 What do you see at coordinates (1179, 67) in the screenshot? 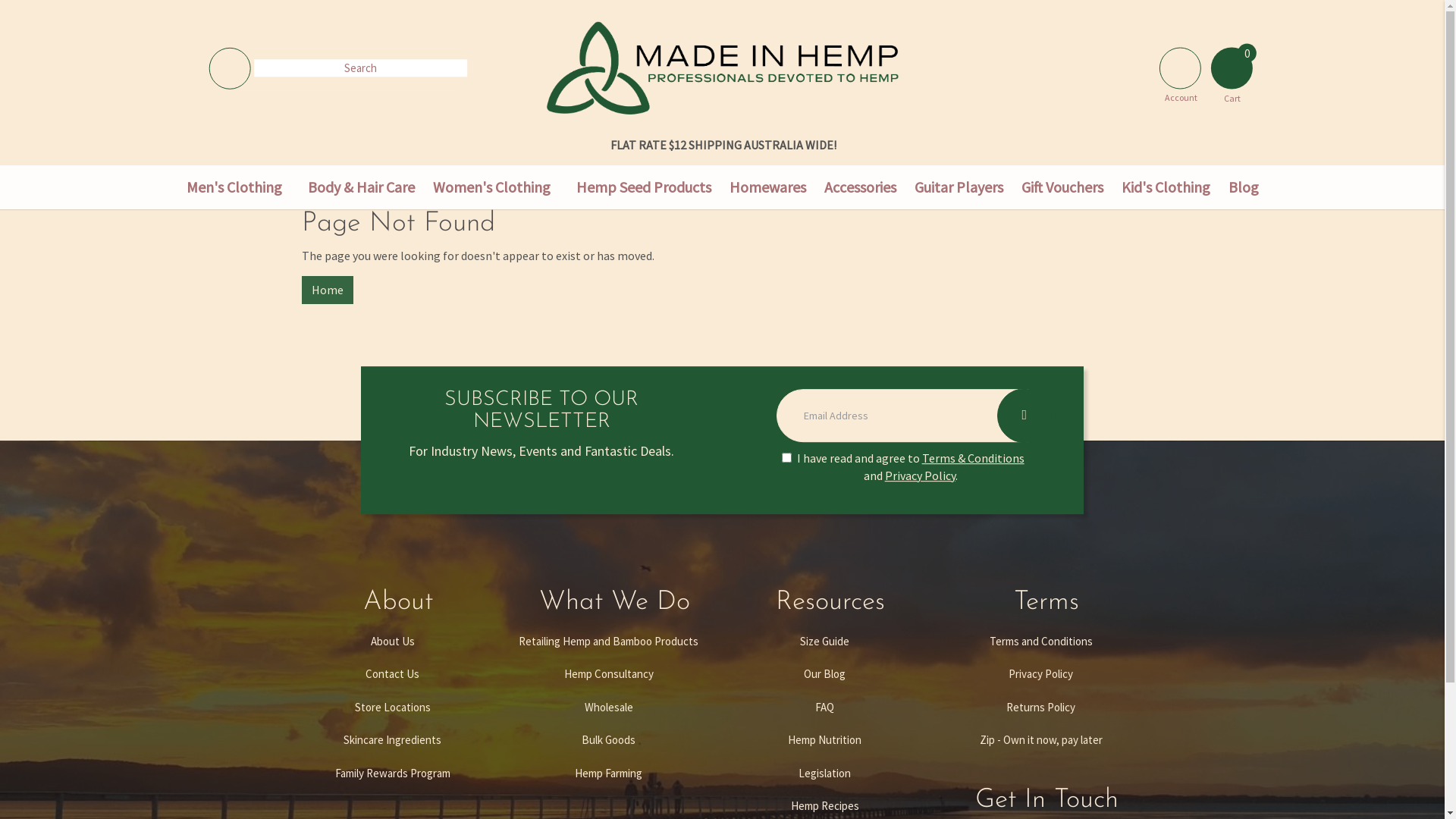
I see `'Account'` at bounding box center [1179, 67].